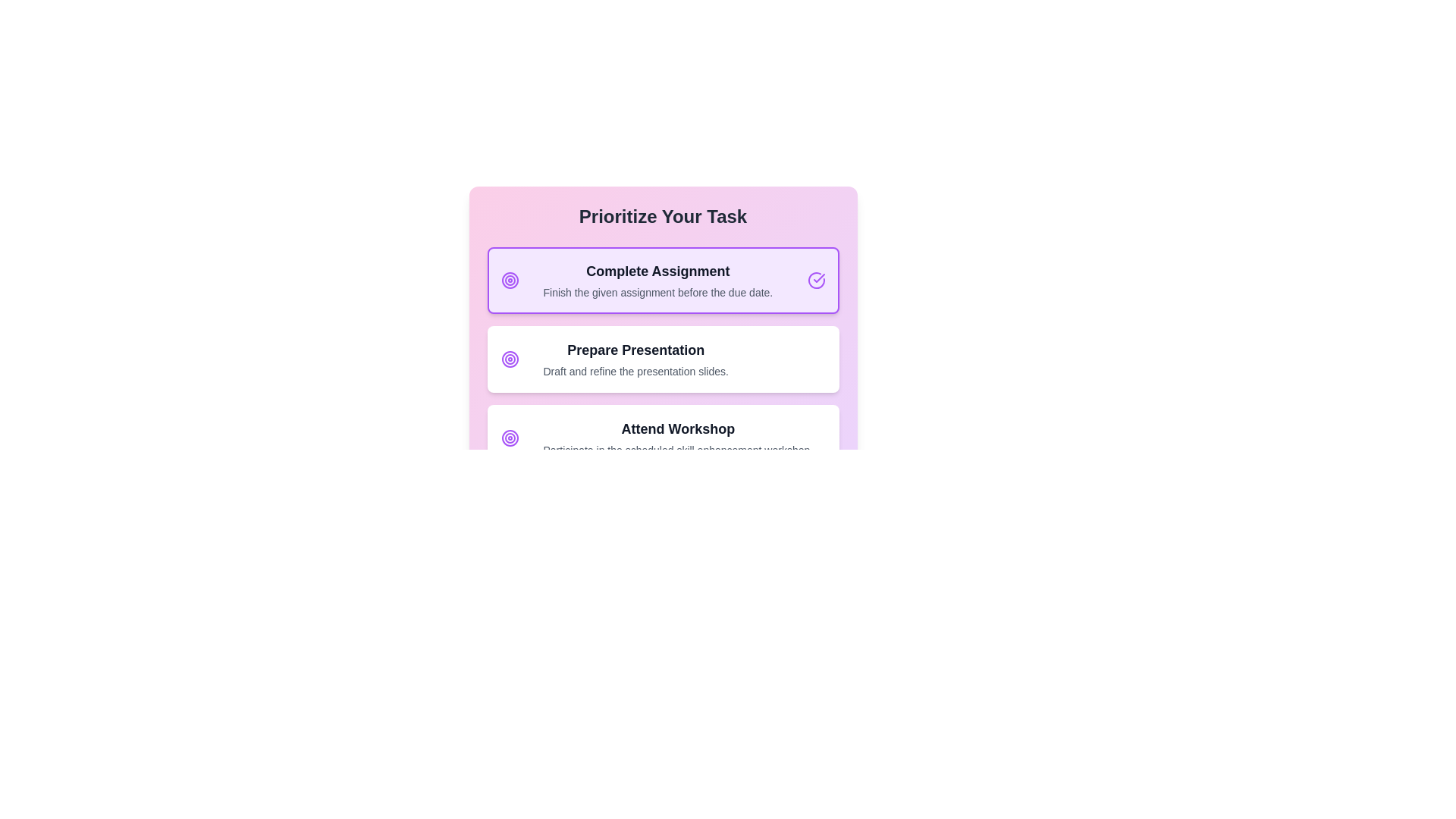 This screenshot has height=819, width=1456. I want to click on the outermost SVG circle component that visually represents the task's relation to goals, located to the left of the 'Prepare Presentation' task item under the 'Prioritize Your Task' header, so click(510, 359).